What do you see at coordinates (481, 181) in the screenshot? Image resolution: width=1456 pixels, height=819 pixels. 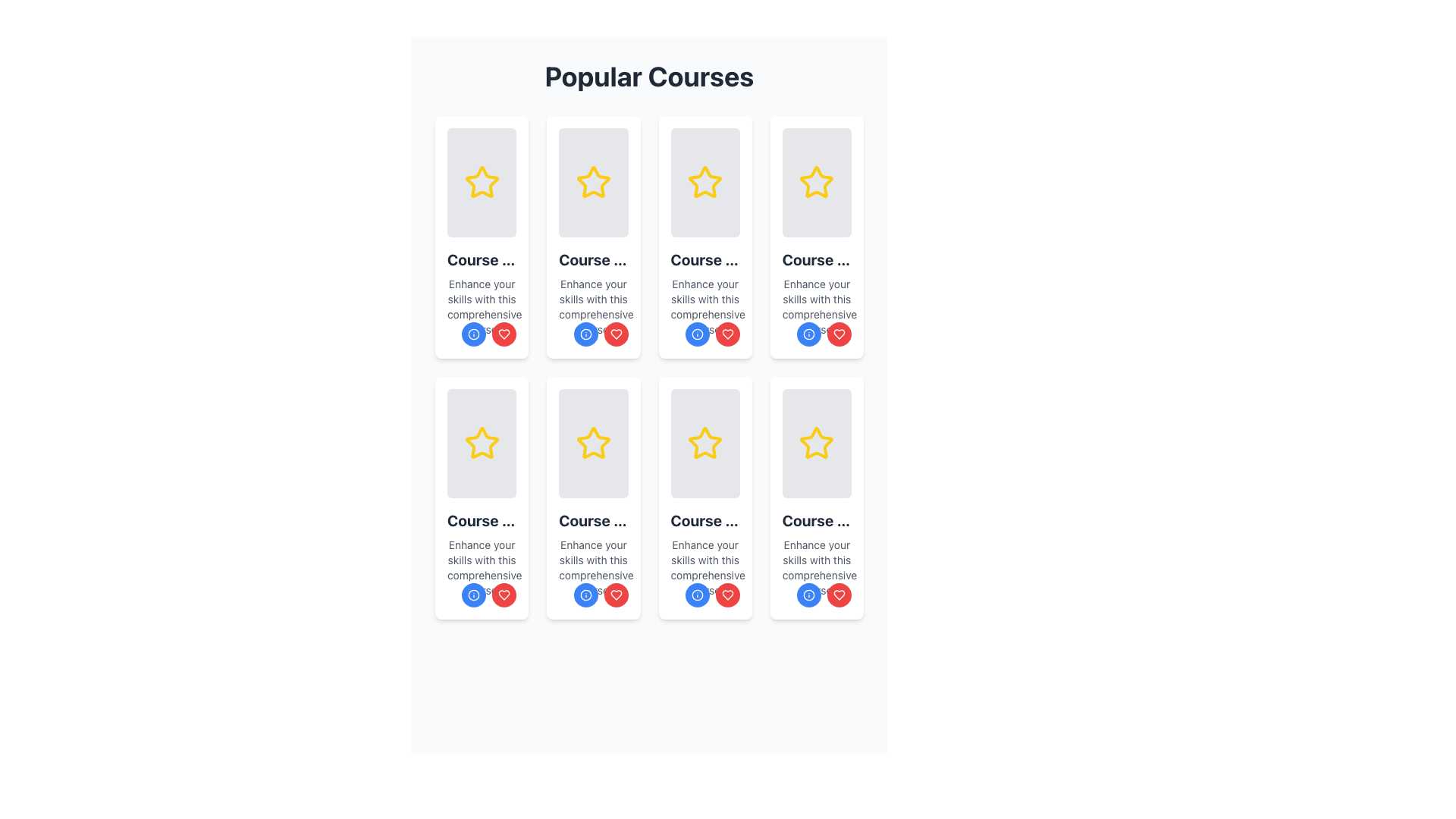 I see `the star-shaped SVG graphic with a yellow stroke, which is located in the first card of the grid layout, above the 'Course ...' text` at bounding box center [481, 181].